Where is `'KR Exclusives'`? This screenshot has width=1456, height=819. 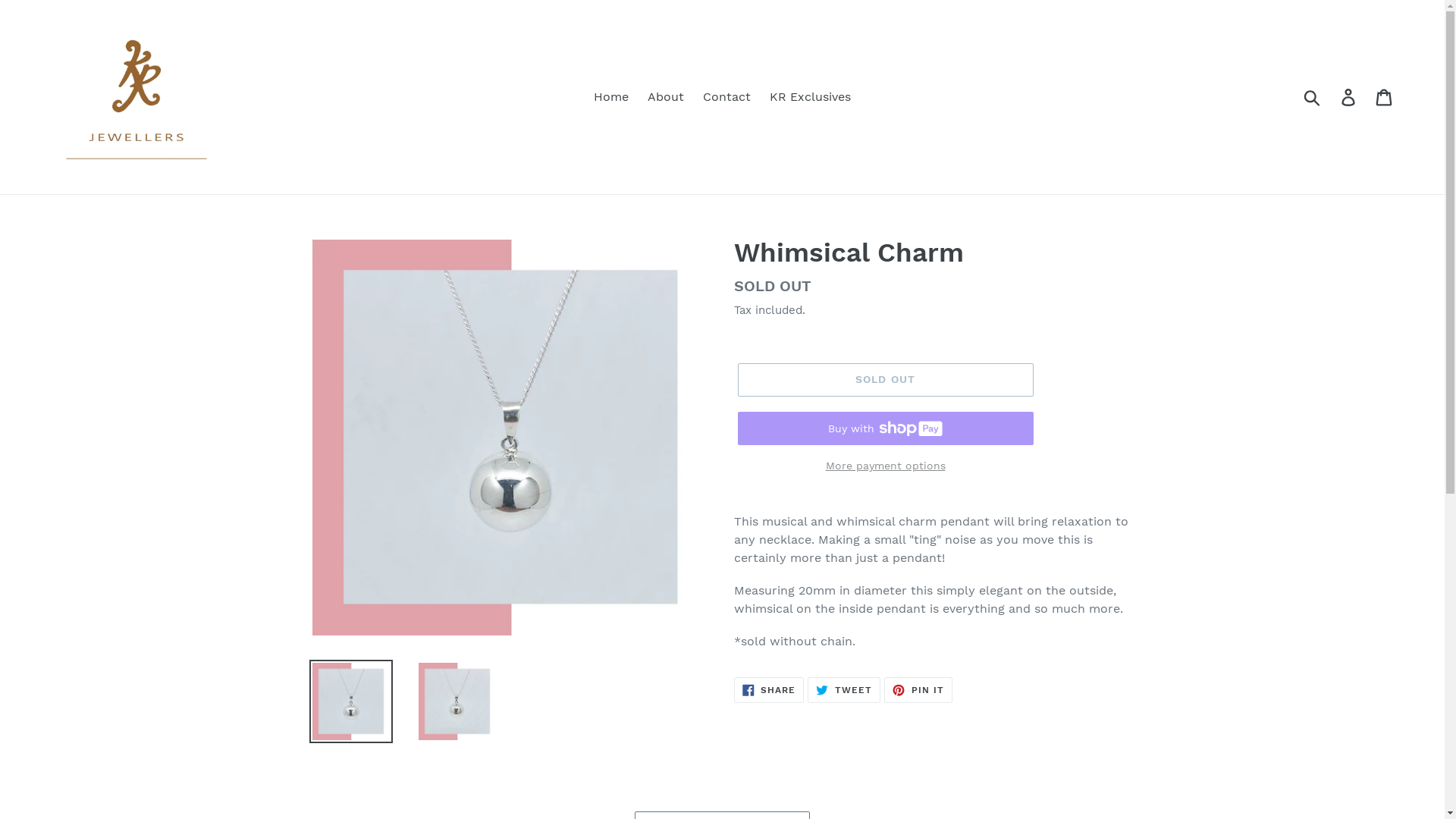
'KR Exclusives' is located at coordinates (761, 96).